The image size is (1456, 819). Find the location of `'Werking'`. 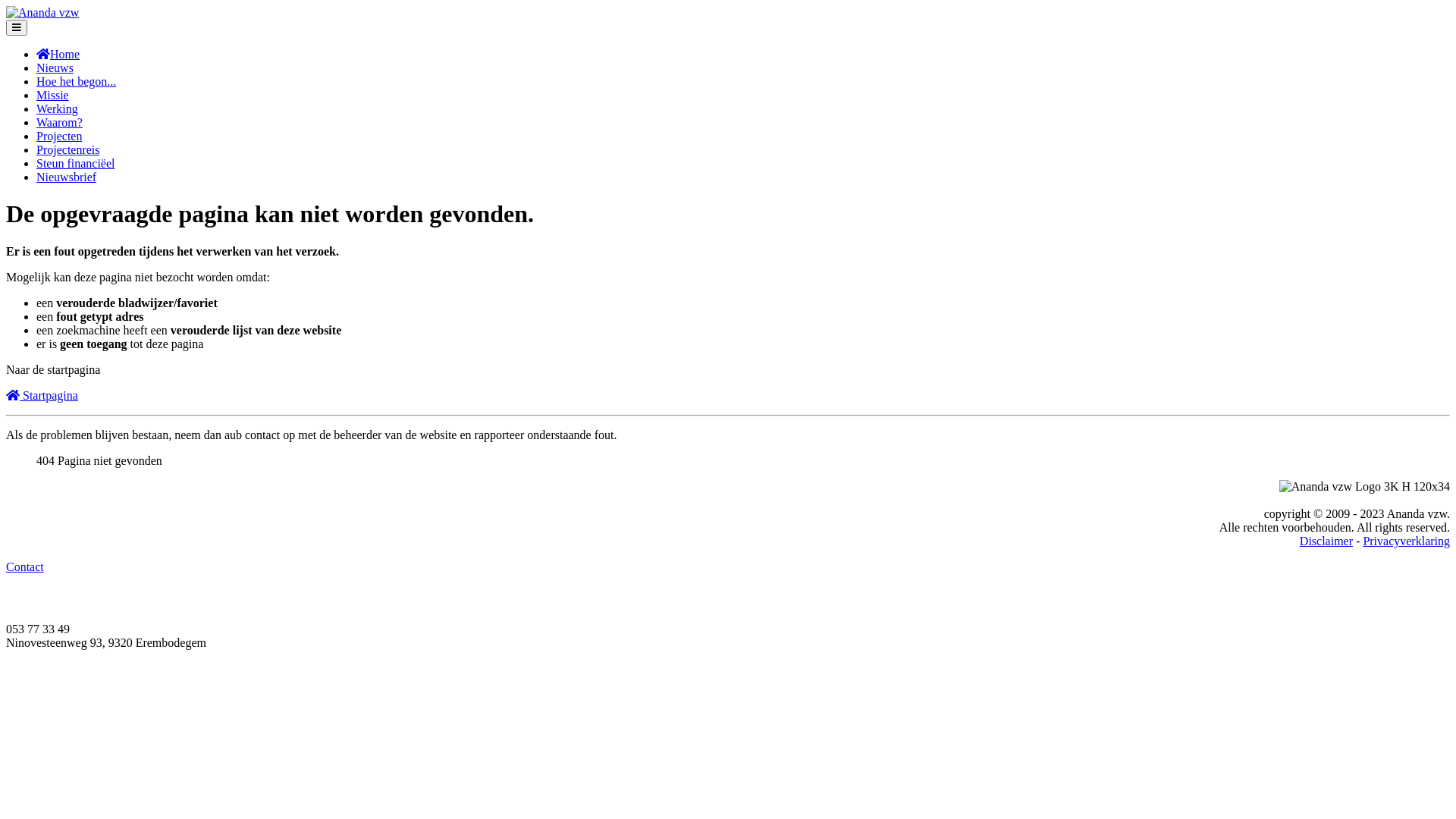

'Werking' is located at coordinates (57, 108).